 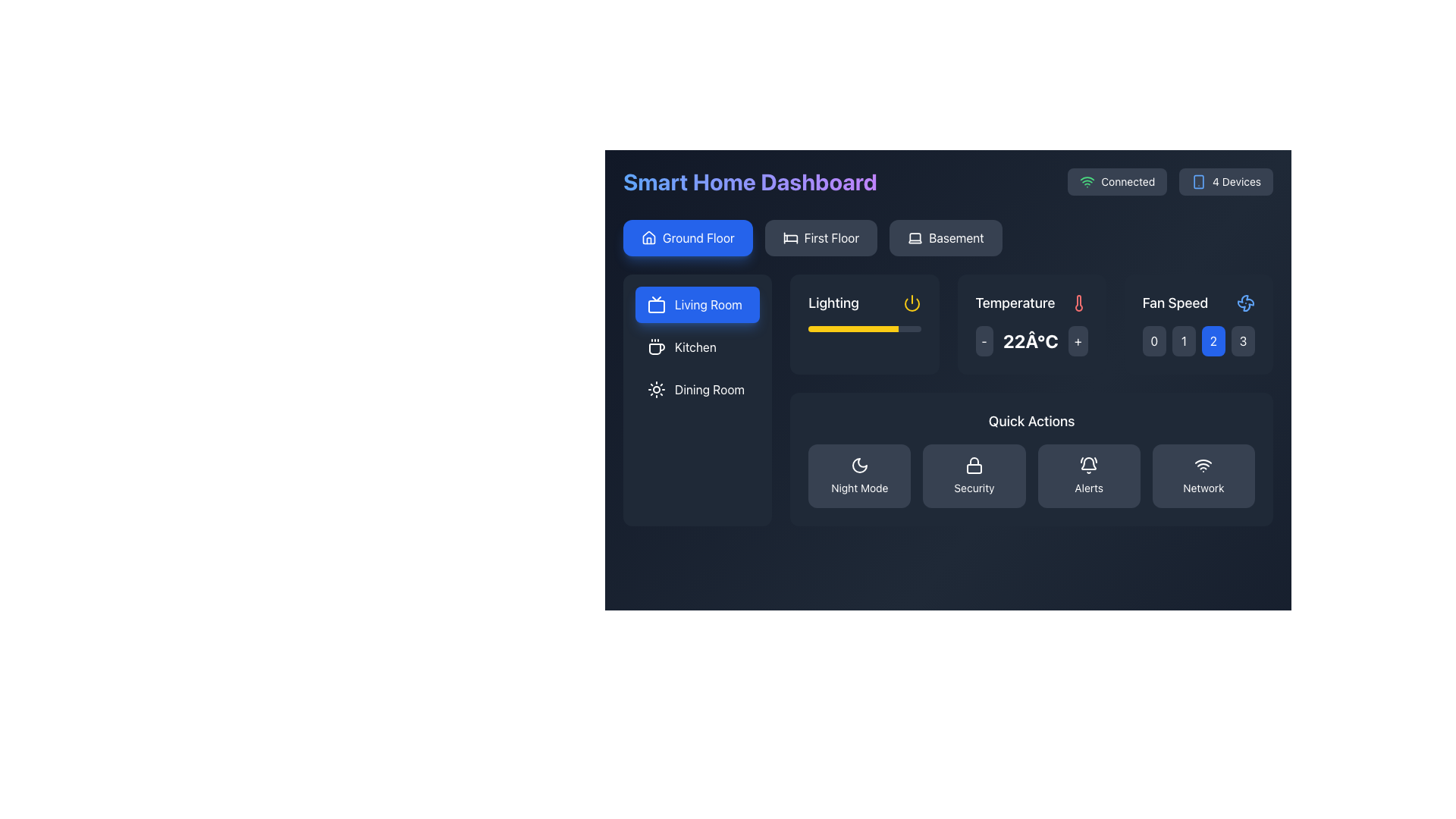 I want to click on the Informational component that displays connection information and the number of devices connected to the system, located in the top-right corner adjacent to the 'Smart Home Dashboard' title, so click(x=1169, y=180).